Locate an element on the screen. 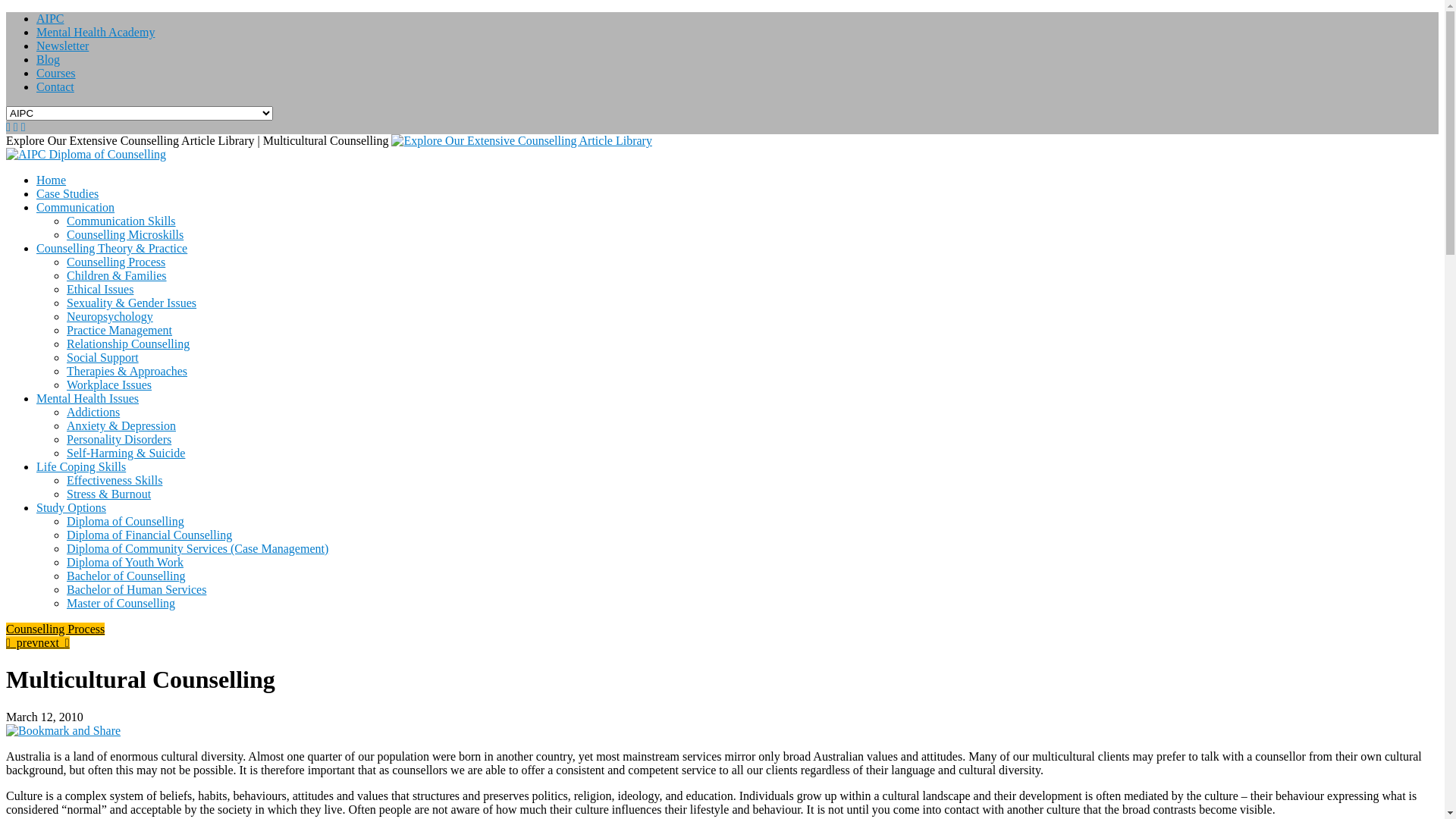 The width and height of the screenshot is (1456, 819). 'Home' is located at coordinates (51, 179).